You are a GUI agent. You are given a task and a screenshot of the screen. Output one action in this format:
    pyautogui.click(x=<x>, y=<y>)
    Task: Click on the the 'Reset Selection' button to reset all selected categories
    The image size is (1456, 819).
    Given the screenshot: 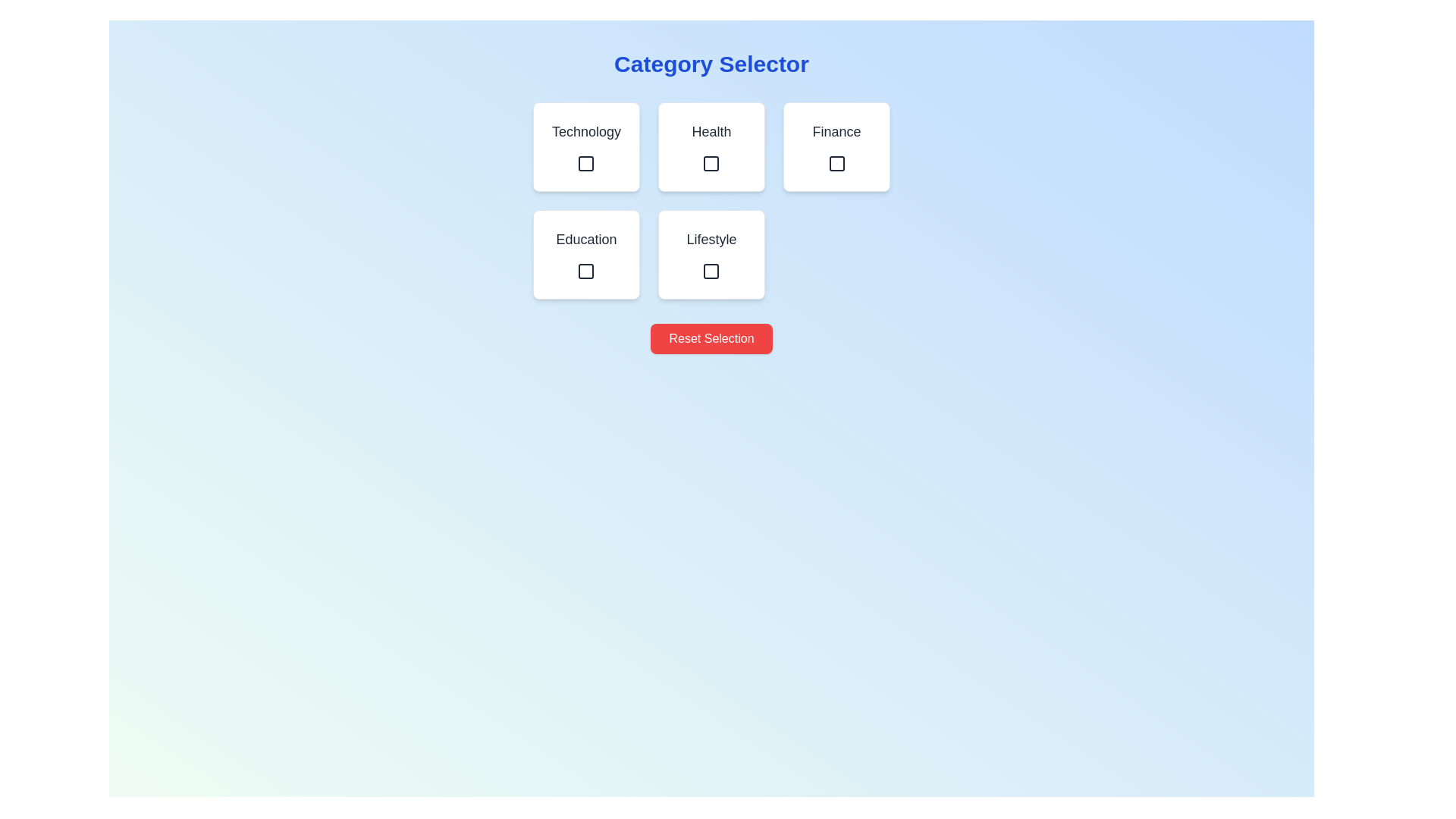 What is the action you would take?
    pyautogui.click(x=711, y=338)
    